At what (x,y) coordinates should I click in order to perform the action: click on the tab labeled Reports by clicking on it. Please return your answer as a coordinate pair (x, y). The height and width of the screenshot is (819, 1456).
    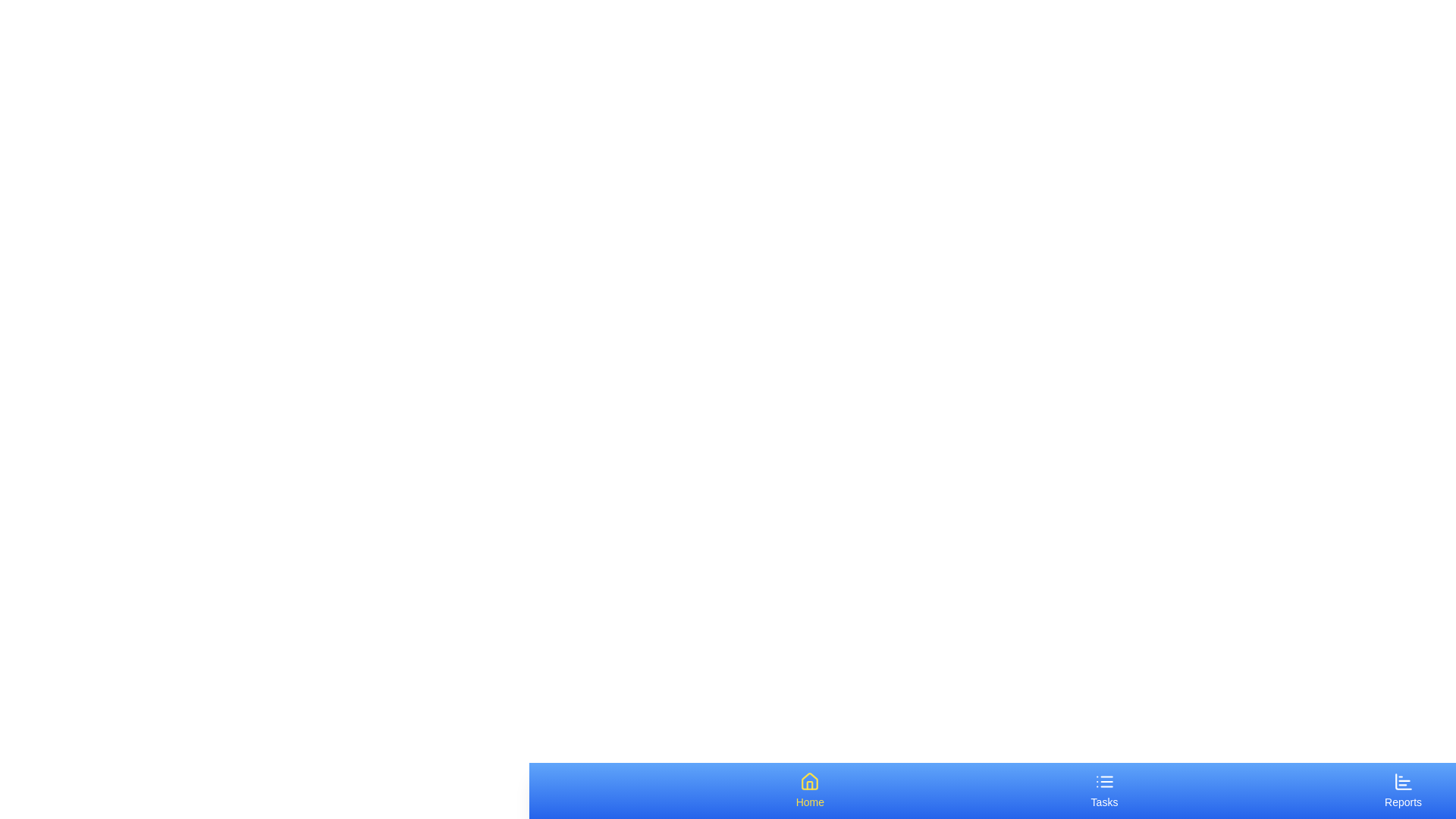
    Looking at the image, I should click on (1401, 789).